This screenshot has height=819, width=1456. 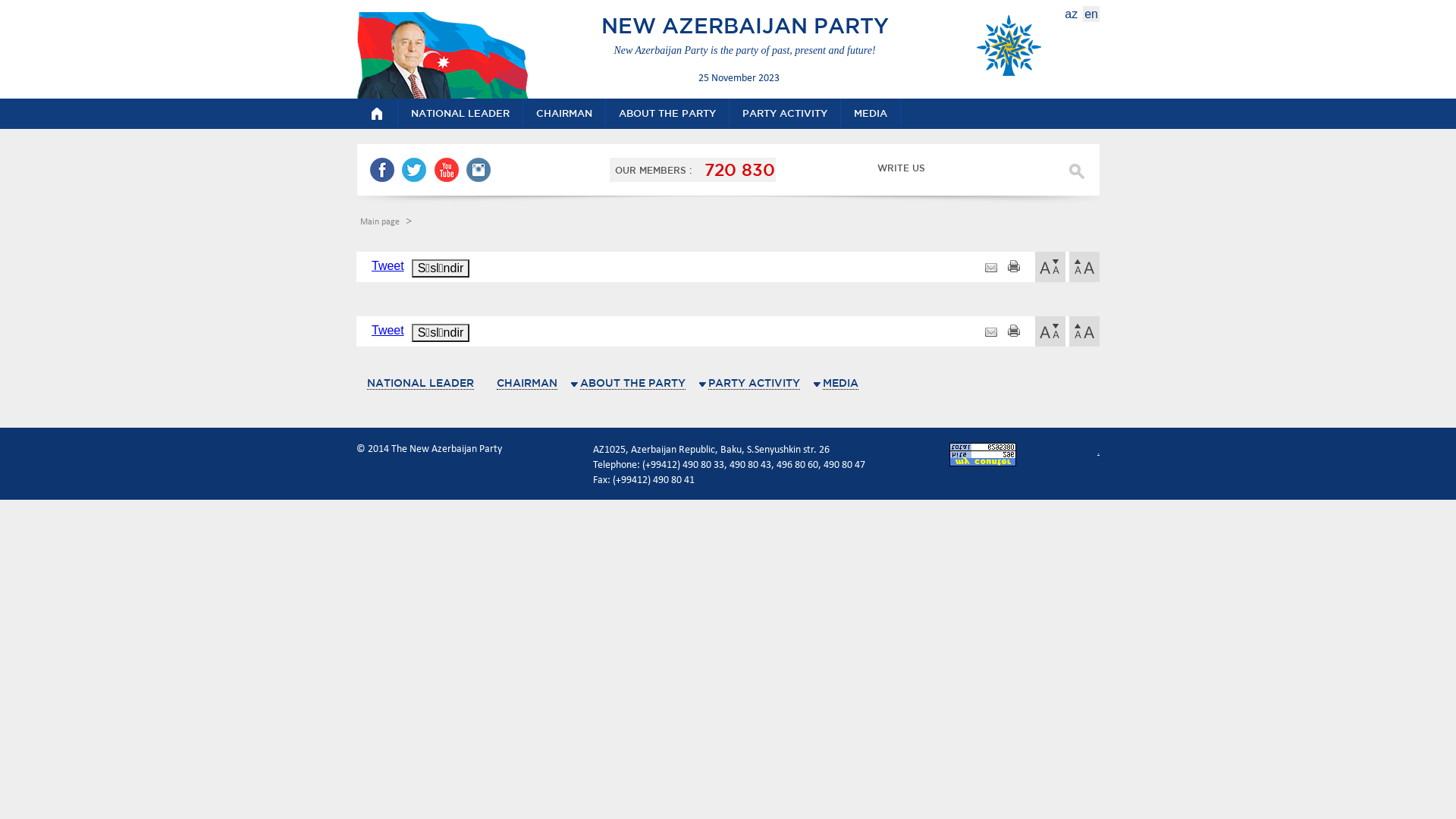 What do you see at coordinates (1098, 451) in the screenshot?
I see `'.'` at bounding box center [1098, 451].